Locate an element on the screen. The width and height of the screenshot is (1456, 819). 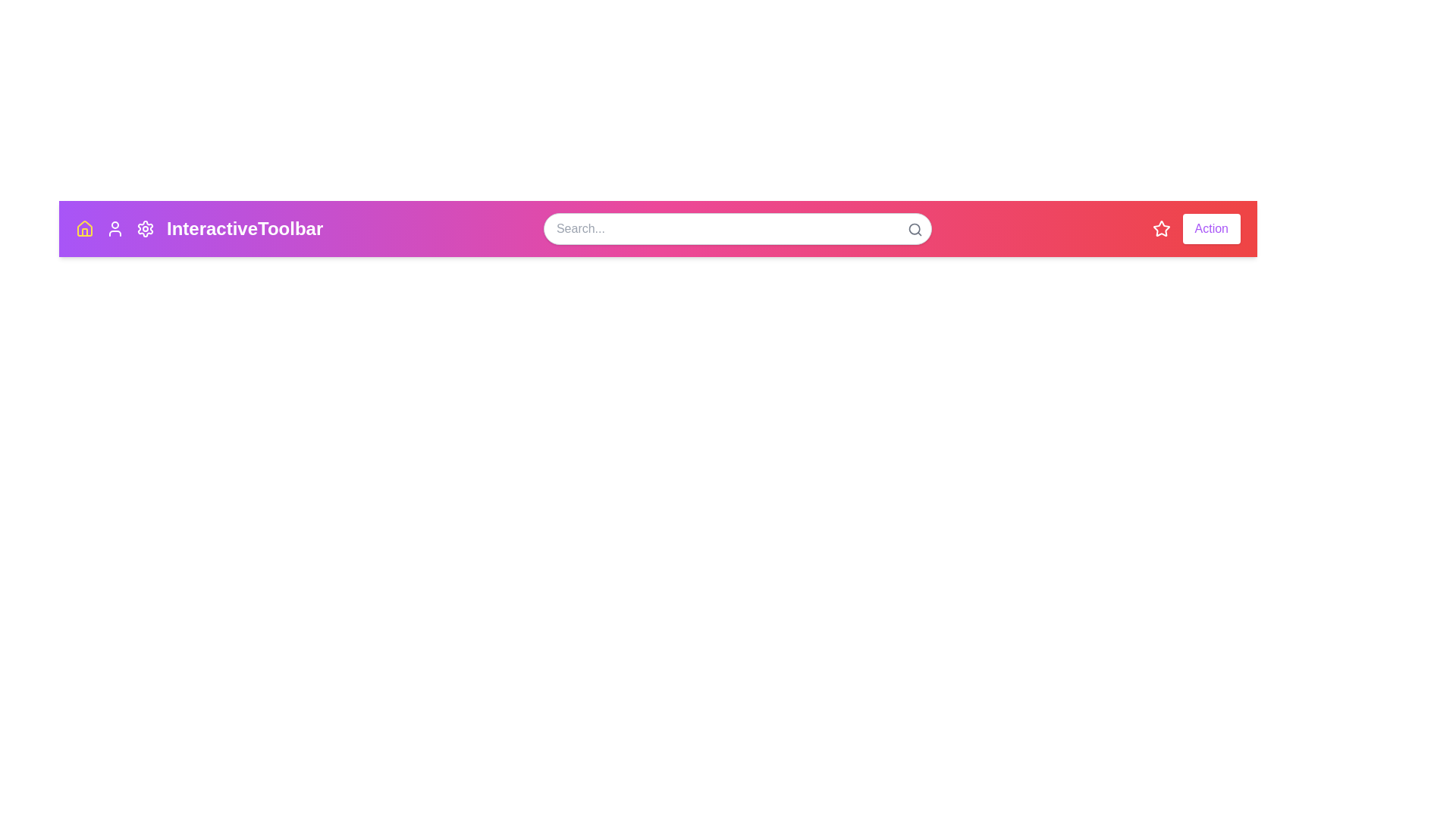
the search icon in the search bar is located at coordinates (914, 230).